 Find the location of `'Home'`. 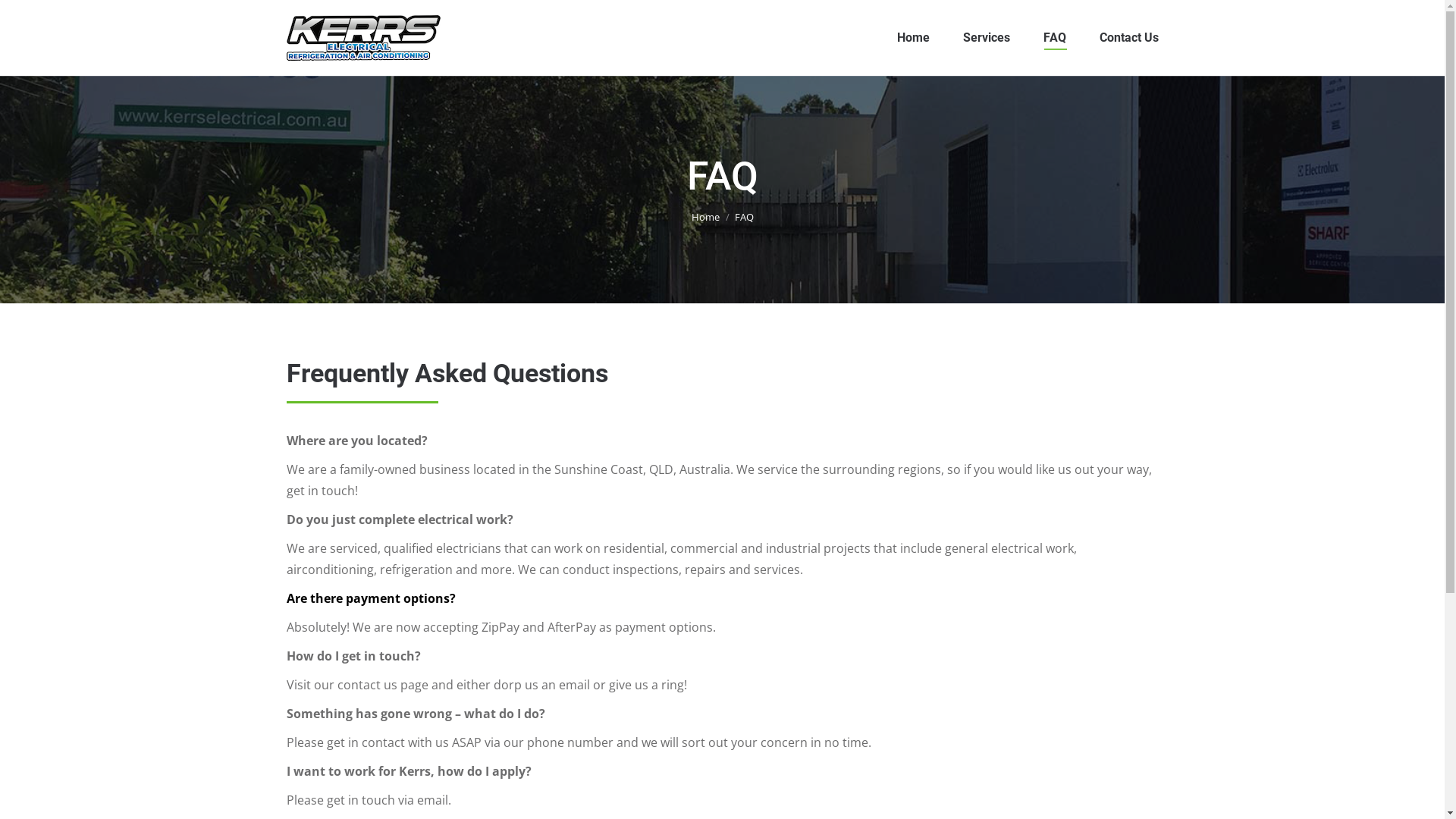

'Home' is located at coordinates (704, 216).